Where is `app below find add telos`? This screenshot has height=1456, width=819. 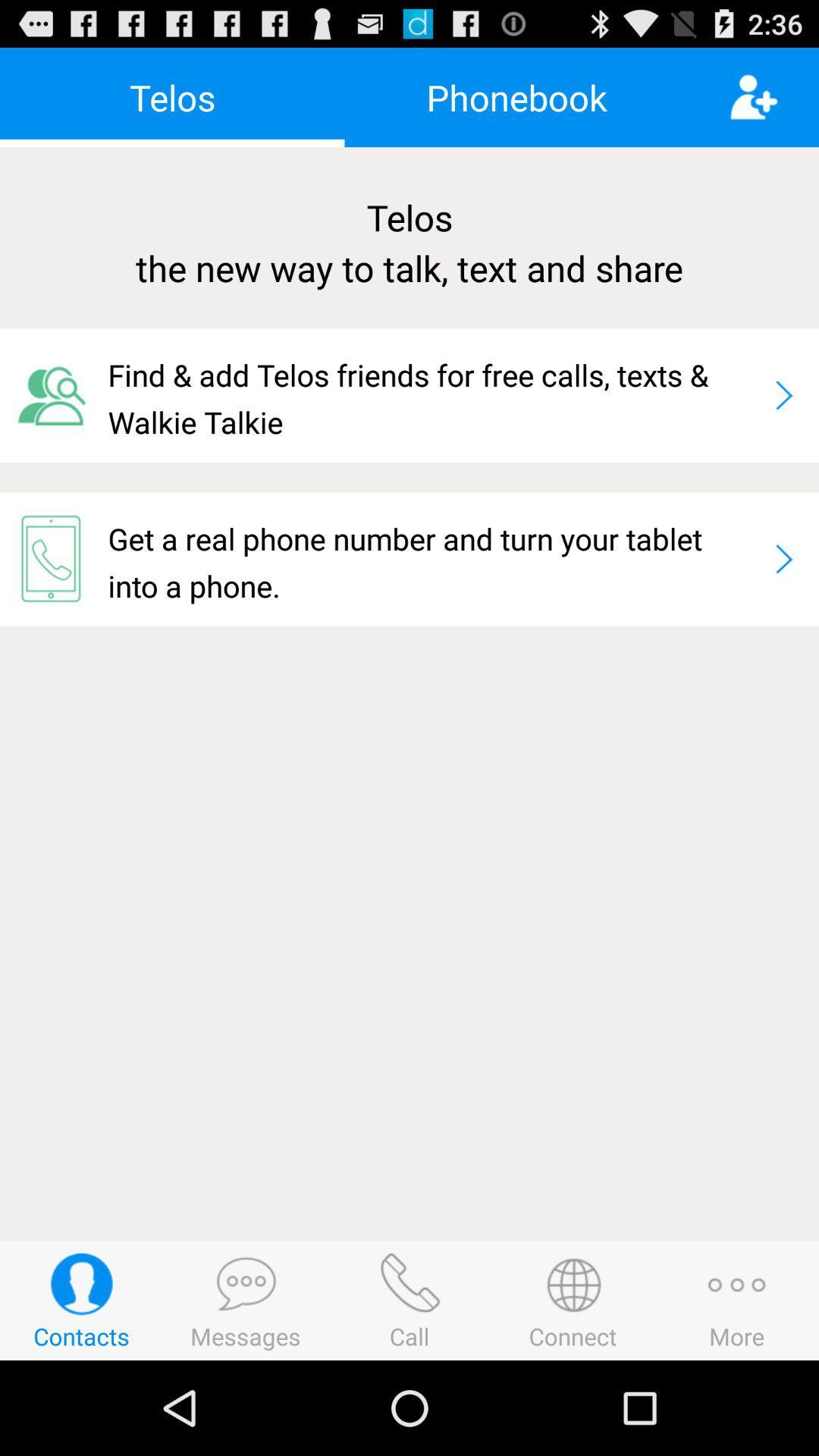
app below find add telos is located at coordinates (433, 558).